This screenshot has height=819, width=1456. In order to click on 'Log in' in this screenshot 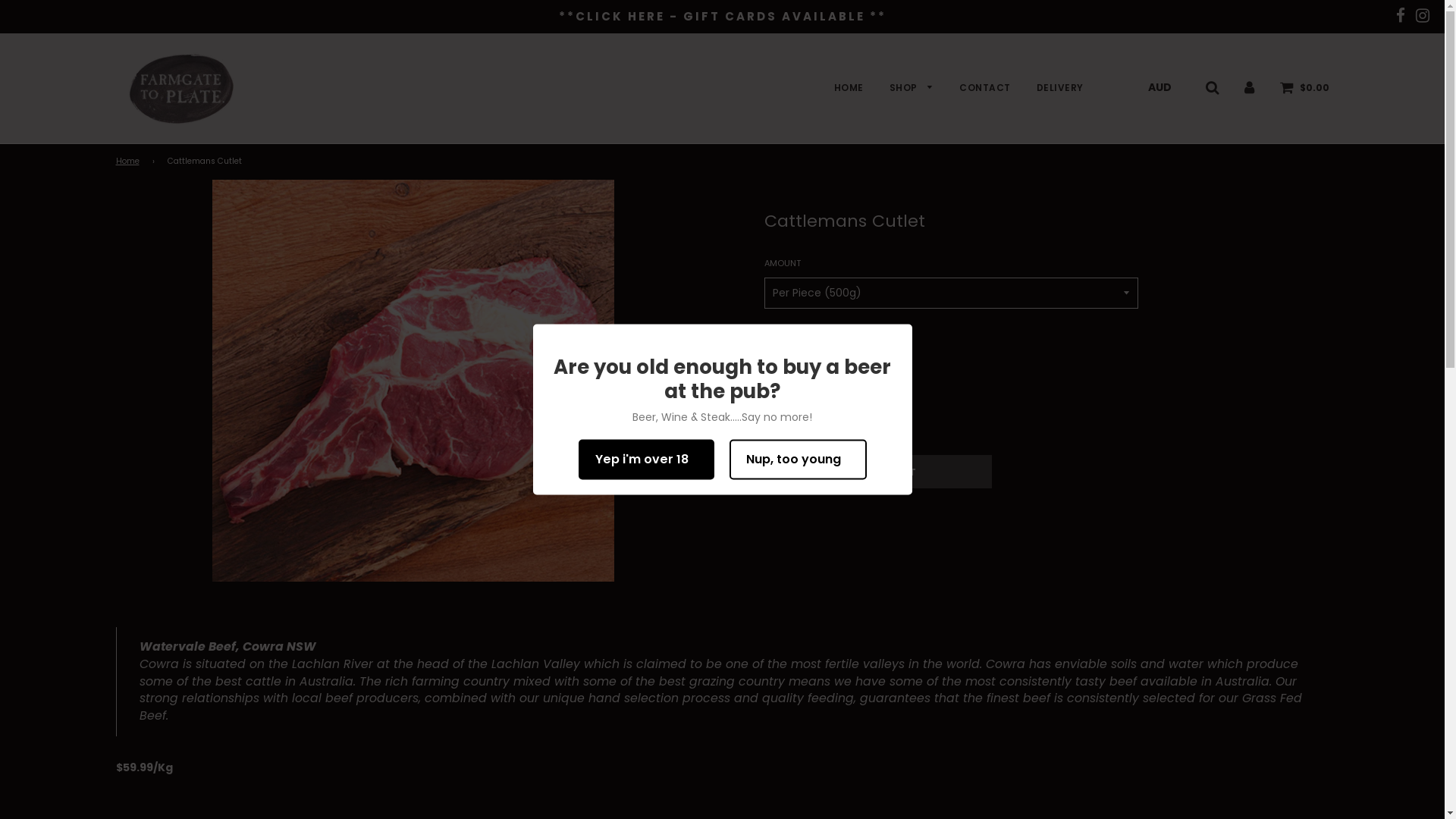, I will do `click(1248, 87)`.